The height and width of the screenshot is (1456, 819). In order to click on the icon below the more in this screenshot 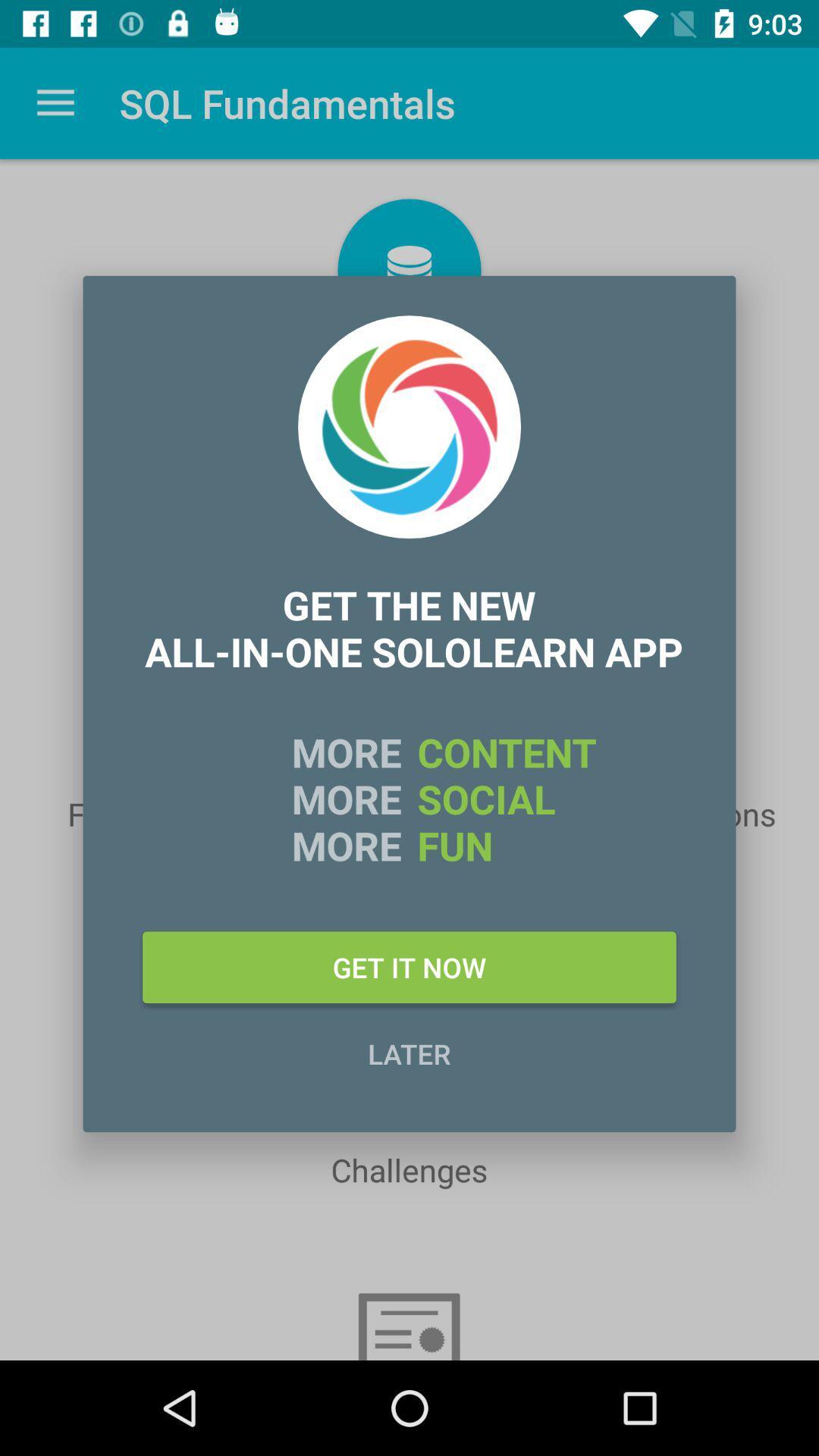, I will do `click(409, 966)`.